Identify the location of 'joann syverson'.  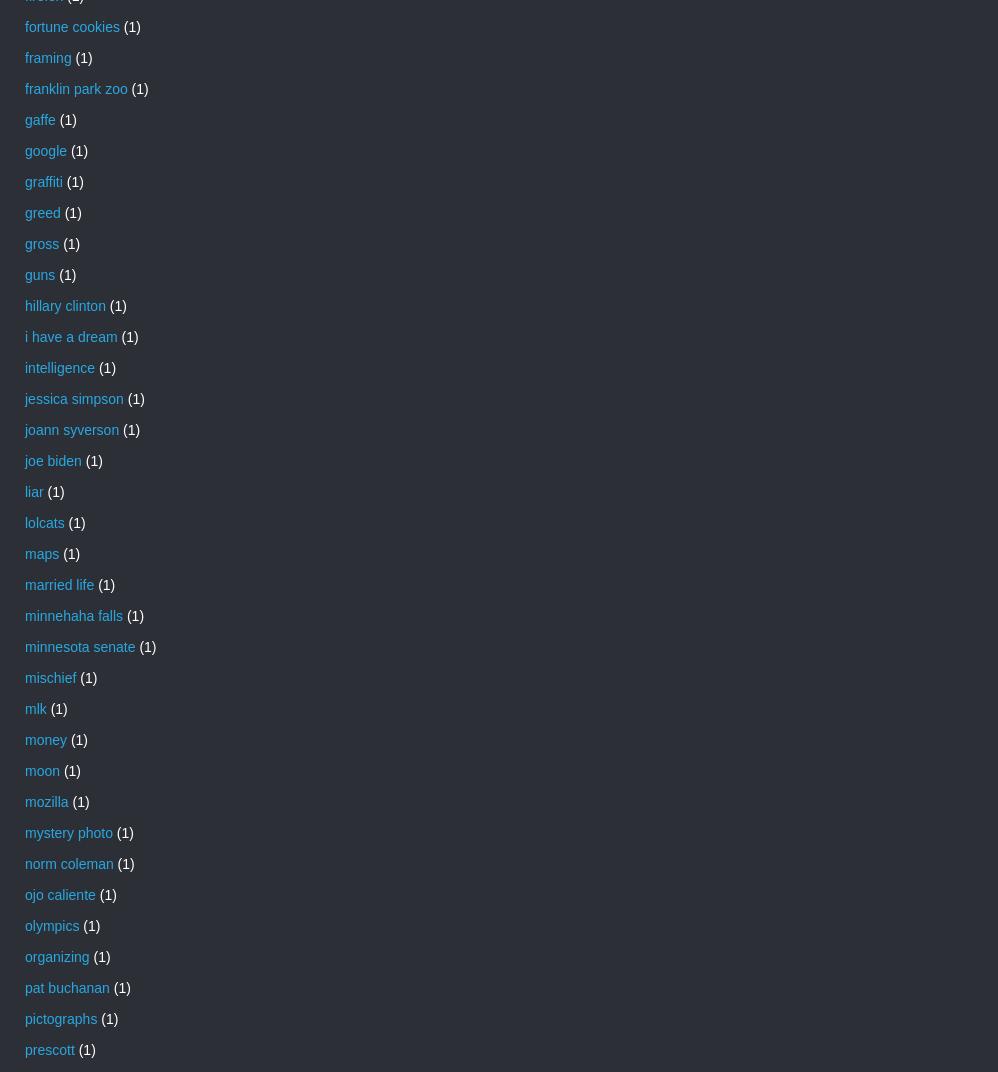
(70, 428).